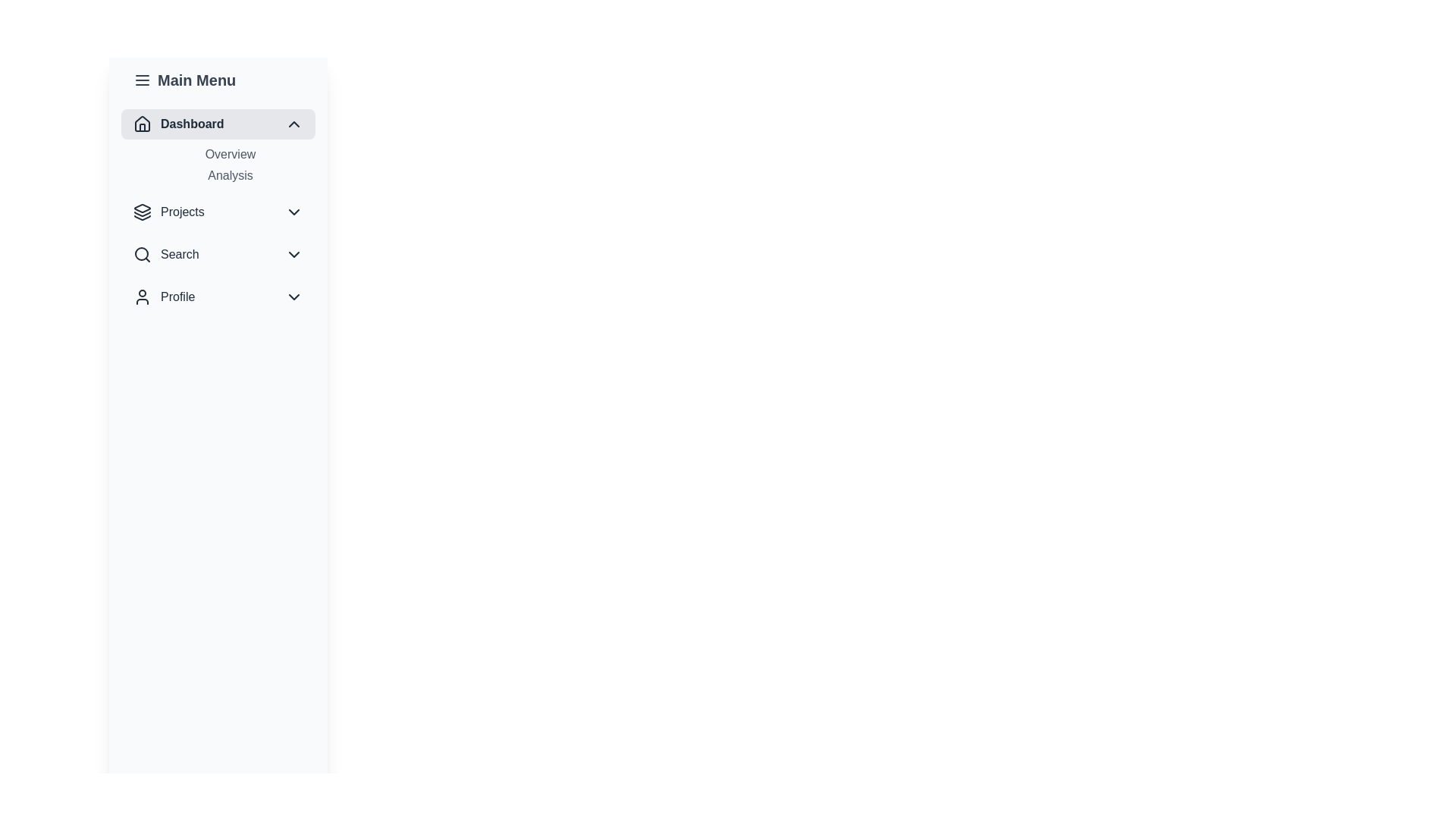 This screenshot has width=1456, height=819. Describe the element at coordinates (218, 253) in the screenshot. I see `the 'Search' menu item, which is the fourth item in the vertical navigation menu on the left side, located between 'Projects' and 'Profile'` at that location.